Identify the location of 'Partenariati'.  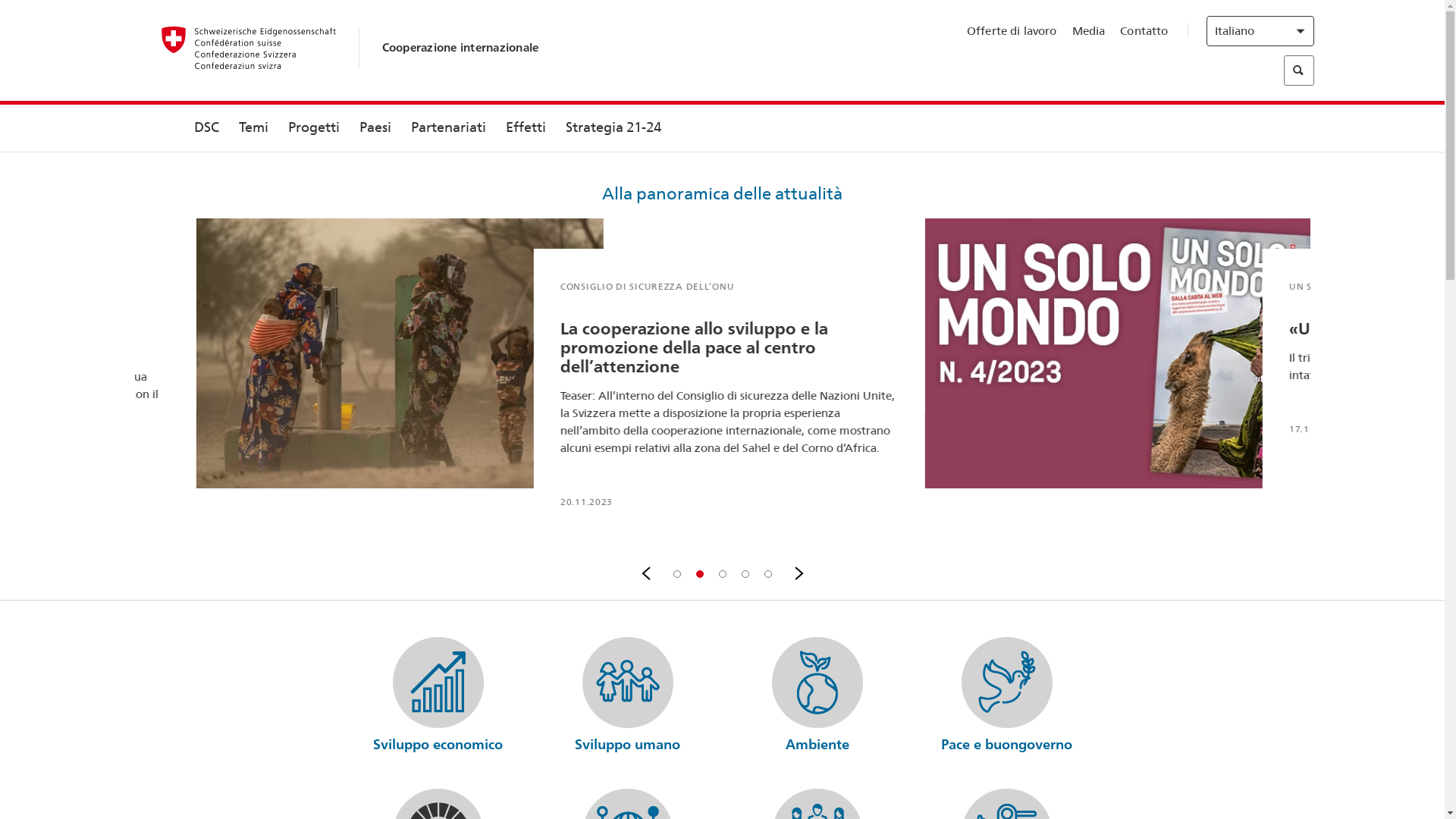
(447, 127).